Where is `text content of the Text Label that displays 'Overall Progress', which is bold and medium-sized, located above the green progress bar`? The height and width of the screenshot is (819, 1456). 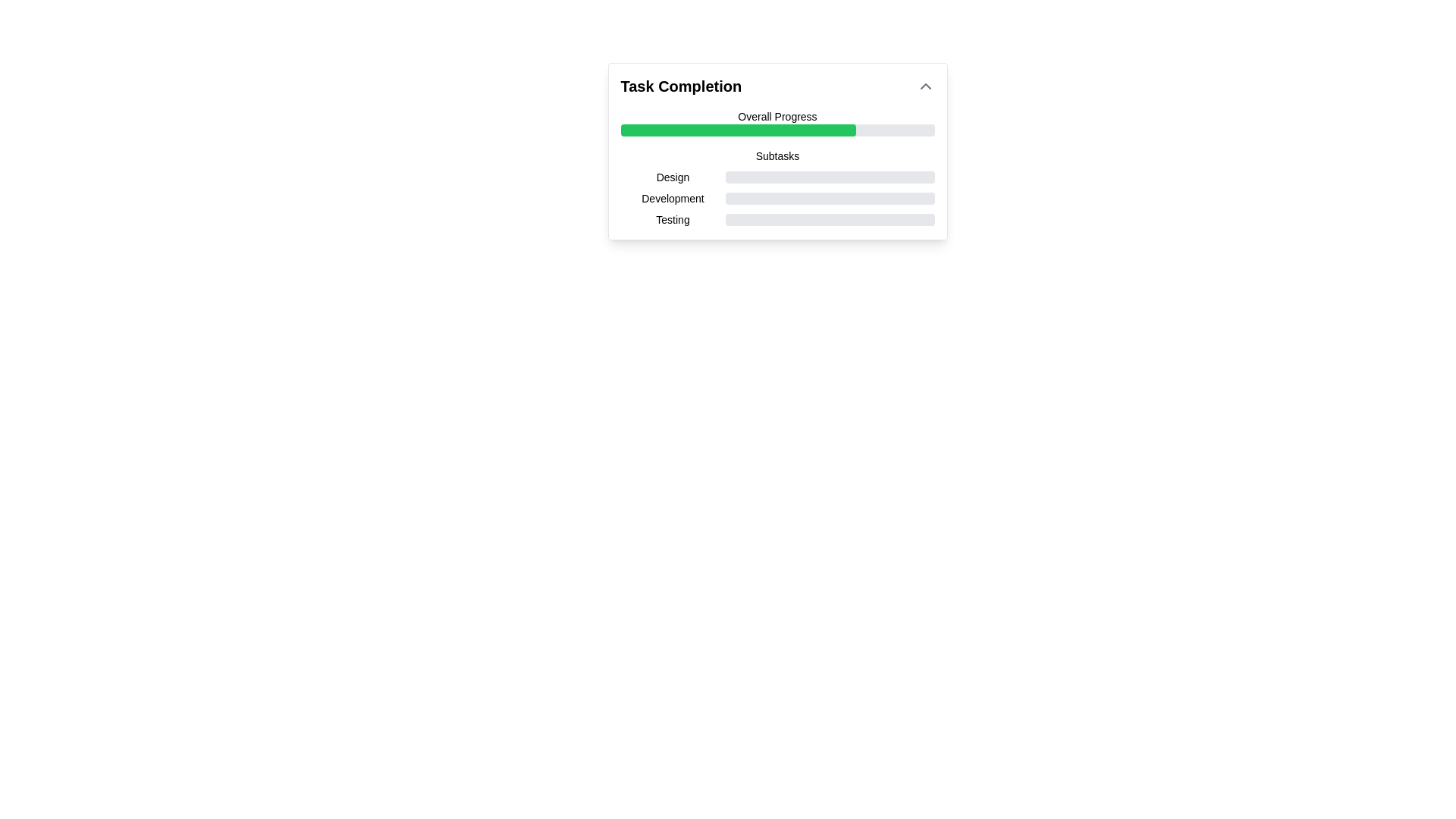 text content of the Text Label that displays 'Overall Progress', which is bold and medium-sized, located above the green progress bar is located at coordinates (777, 116).